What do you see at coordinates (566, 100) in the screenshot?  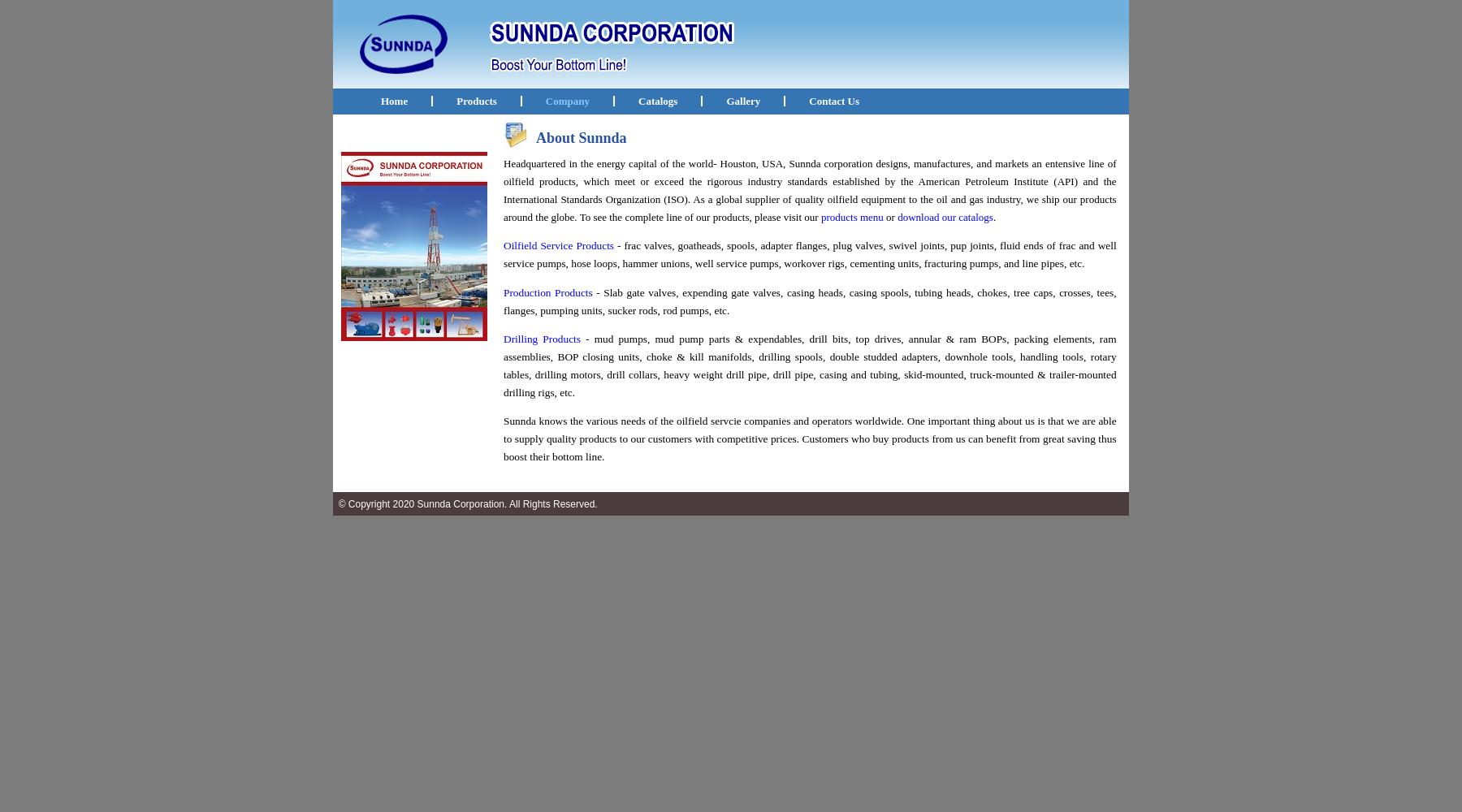 I see `'Company'` at bounding box center [566, 100].